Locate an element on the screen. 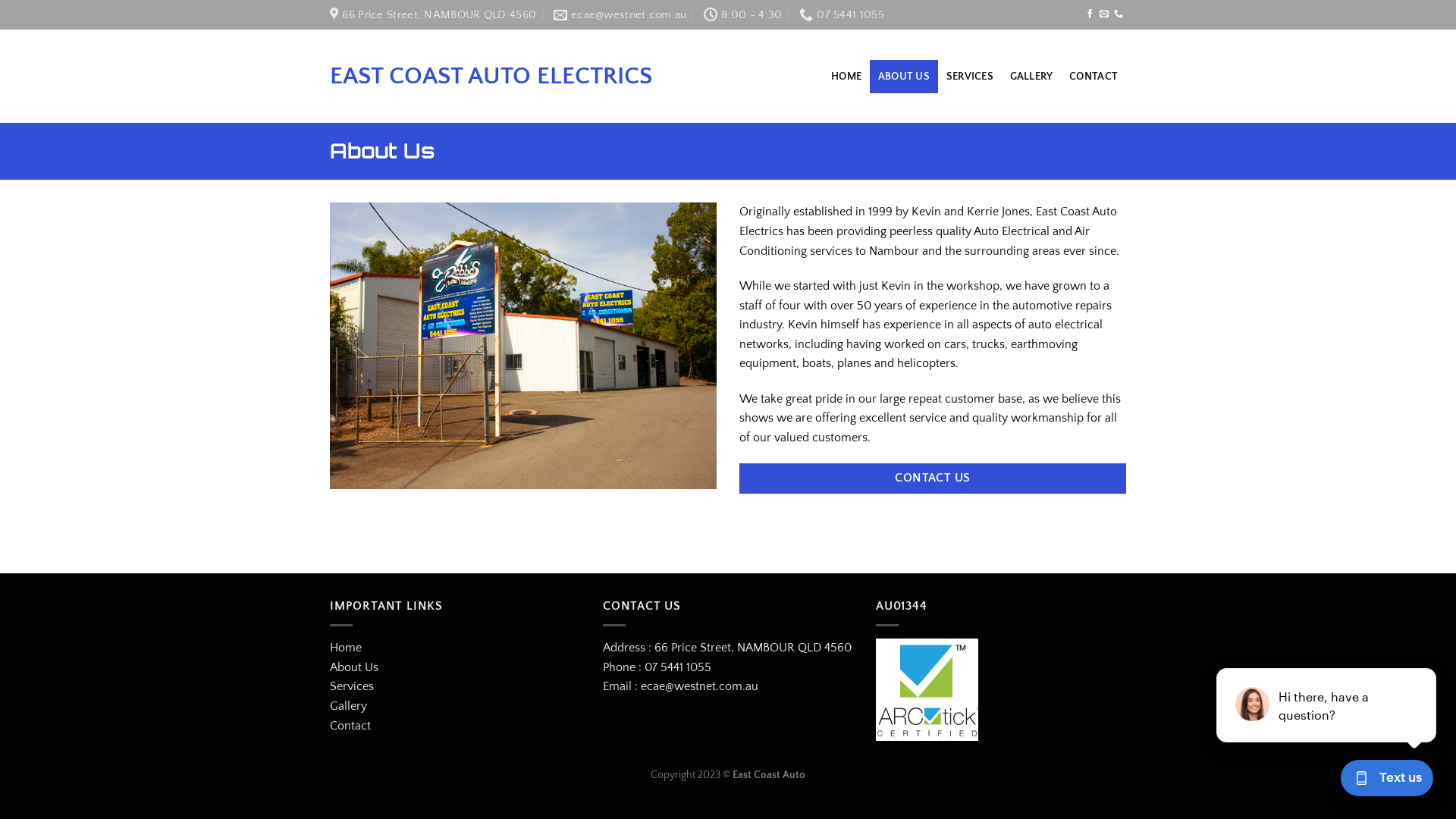 Image resolution: width=1456 pixels, height=819 pixels. 'Send us an email' is located at coordinates (1099, 14).